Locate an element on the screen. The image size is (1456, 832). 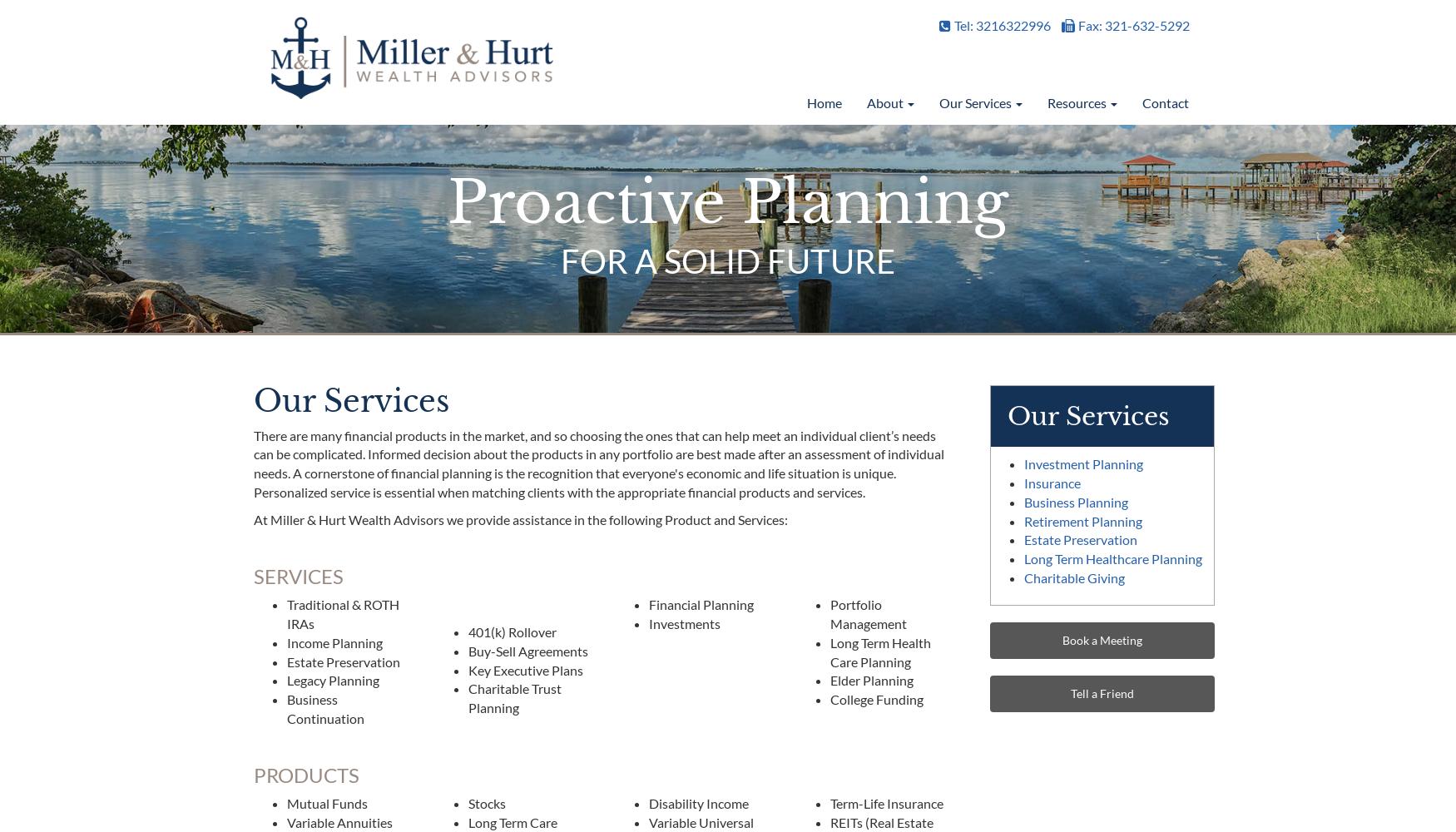
'Key Executive Plans' is located at coordinates (524, 669).